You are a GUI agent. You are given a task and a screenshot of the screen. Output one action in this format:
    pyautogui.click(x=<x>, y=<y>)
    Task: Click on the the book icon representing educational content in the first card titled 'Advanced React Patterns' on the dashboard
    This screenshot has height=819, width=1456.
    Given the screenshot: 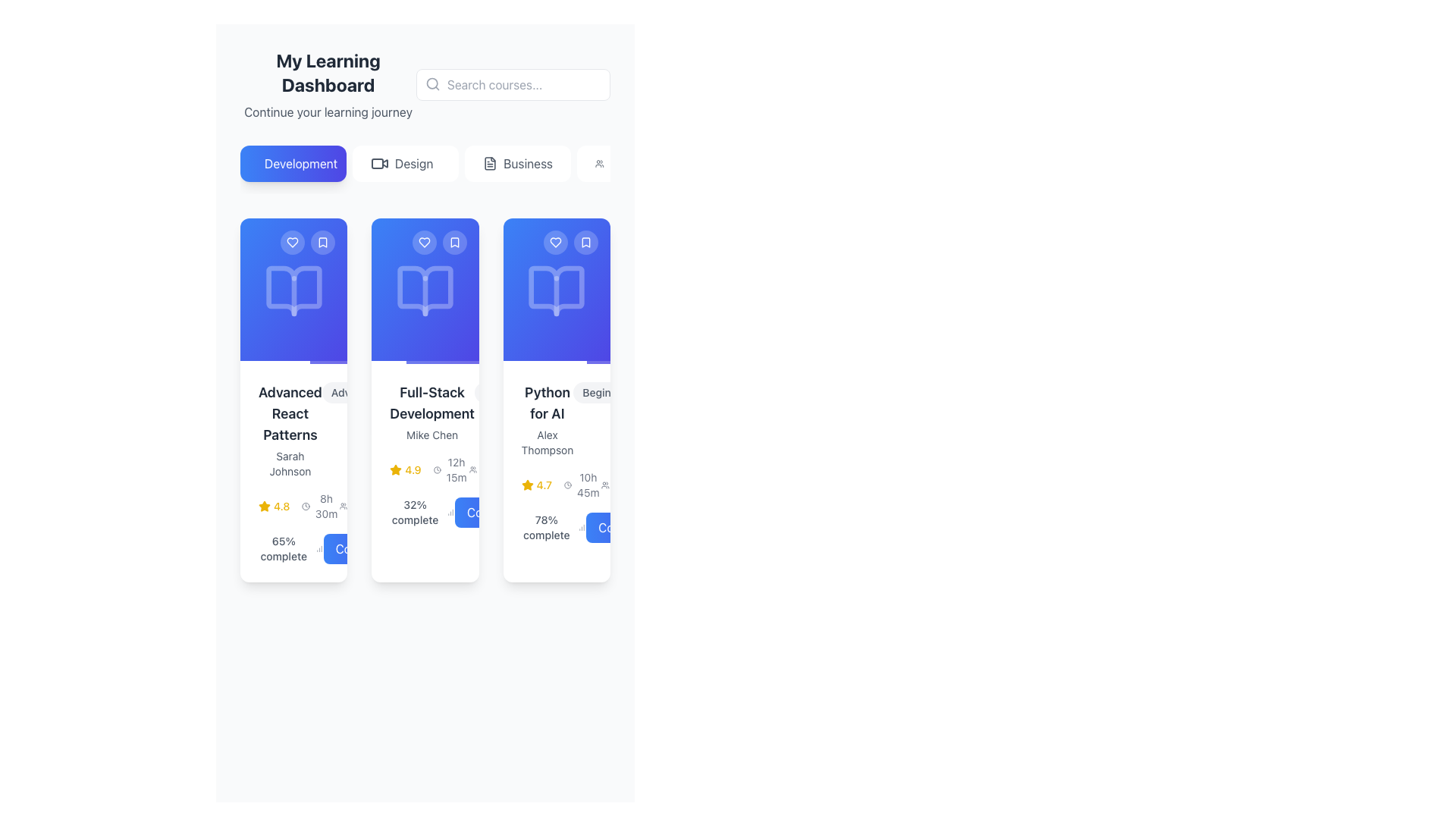 What is the action you would take?
    pyautogui.click(x=293, y=291)
    